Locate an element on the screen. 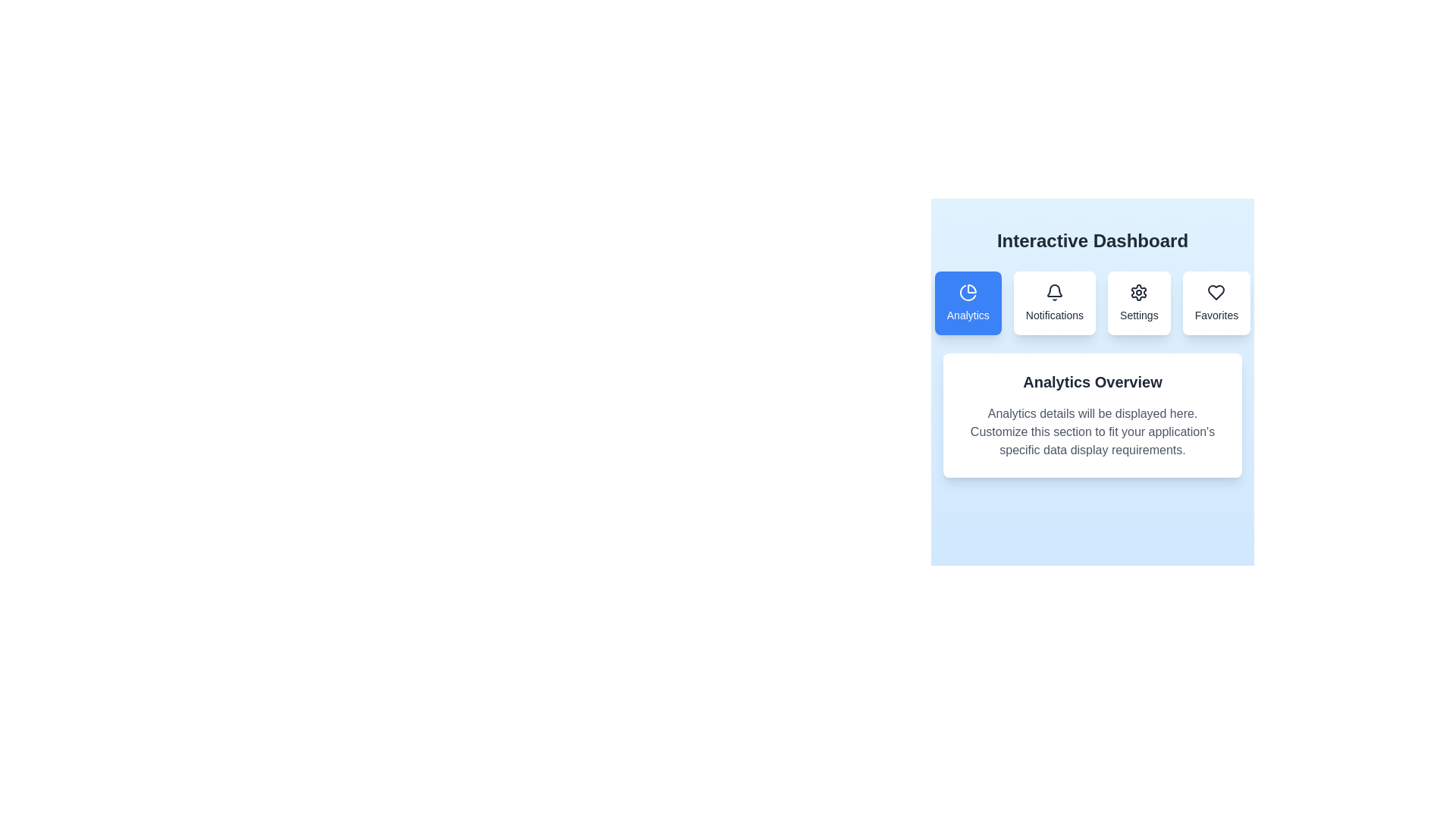 The image size is (1456, 819). the Notifications button text label located within the second button in the horizontal arrangement at the top of the Interactive Dashboard interface is located at coordinates (1053, 315).